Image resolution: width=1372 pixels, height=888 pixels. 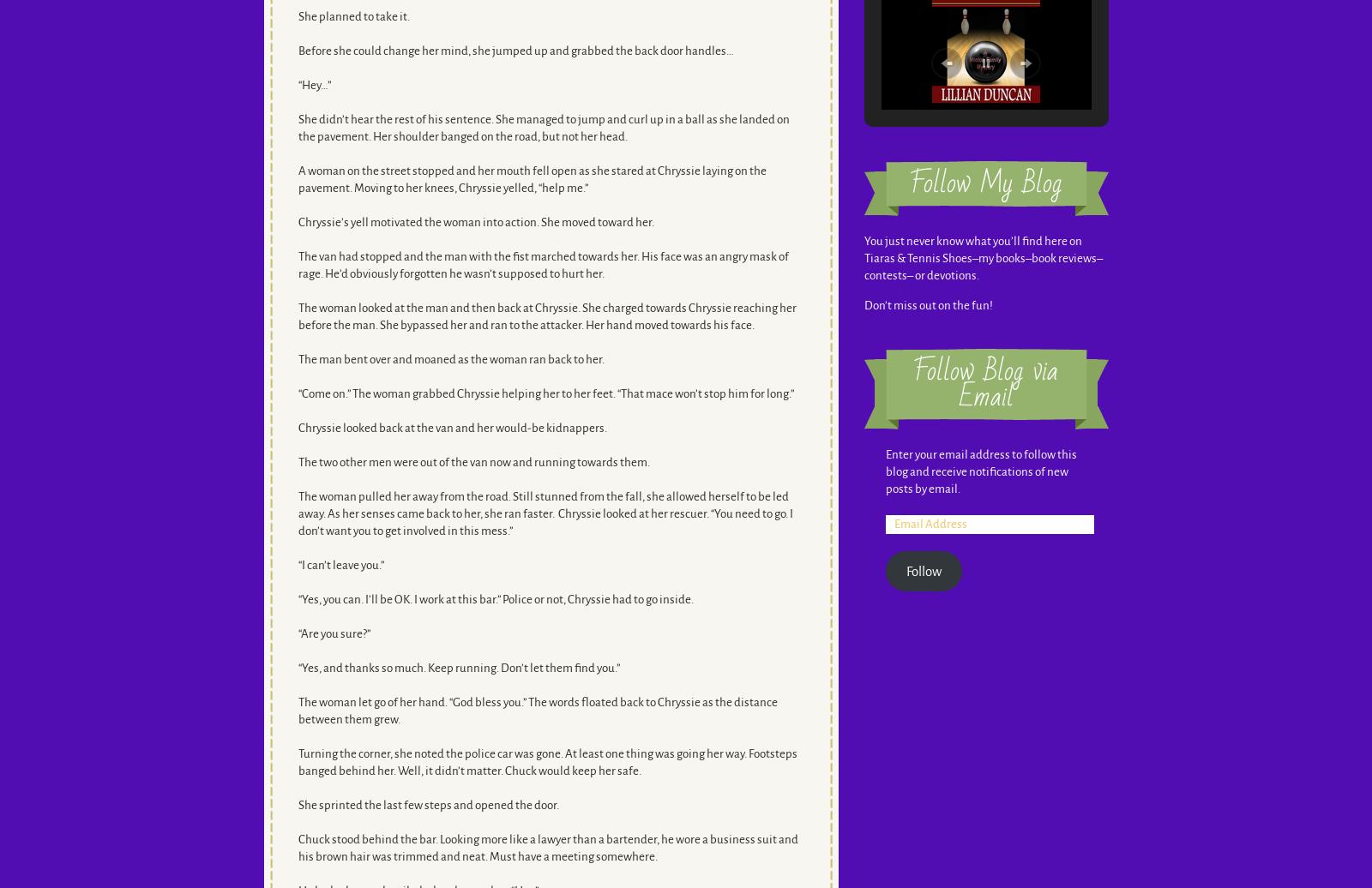 What do you see at coordinates (985, 183) in the screenshot?
I see `'Follow My Blog'` at bounding box center [985, 183].